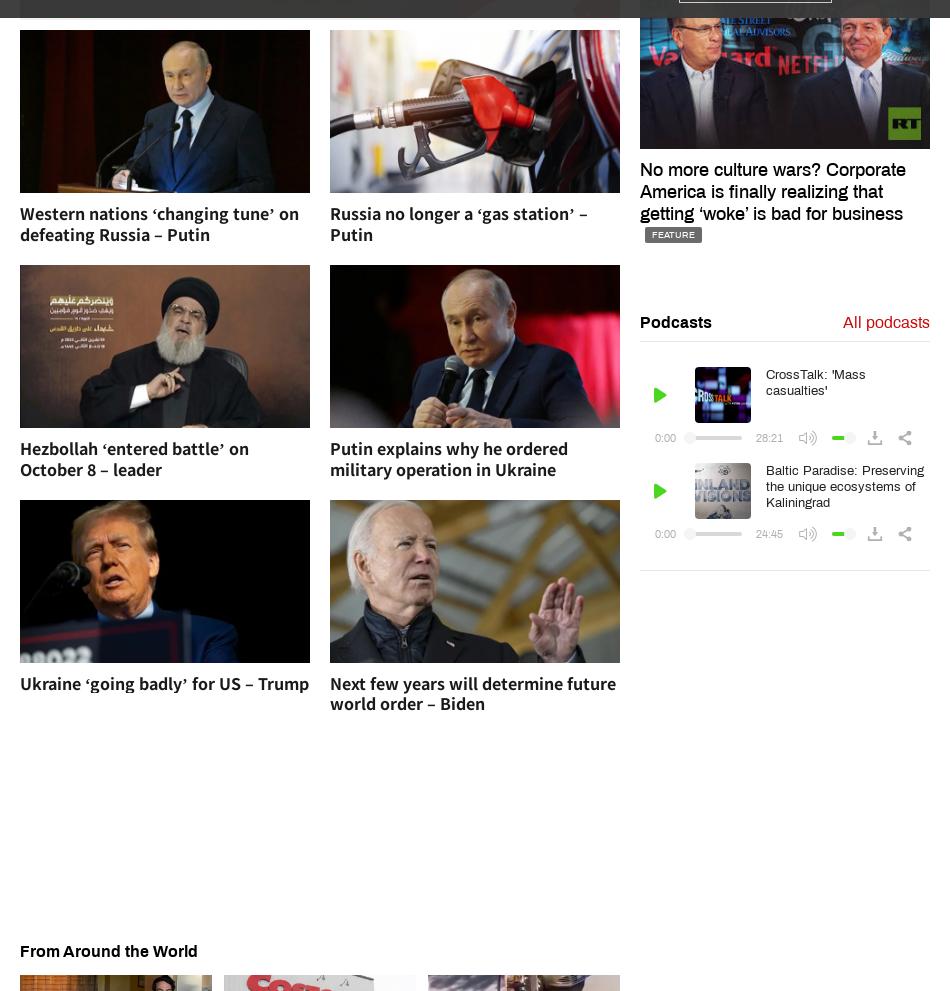 Image resolution: width=950 pixels, height=991 pixels. What do you see at coordinates (674, 321) in the screenshot?
I see `'Podcasts'` at bounding box center [674, 321].